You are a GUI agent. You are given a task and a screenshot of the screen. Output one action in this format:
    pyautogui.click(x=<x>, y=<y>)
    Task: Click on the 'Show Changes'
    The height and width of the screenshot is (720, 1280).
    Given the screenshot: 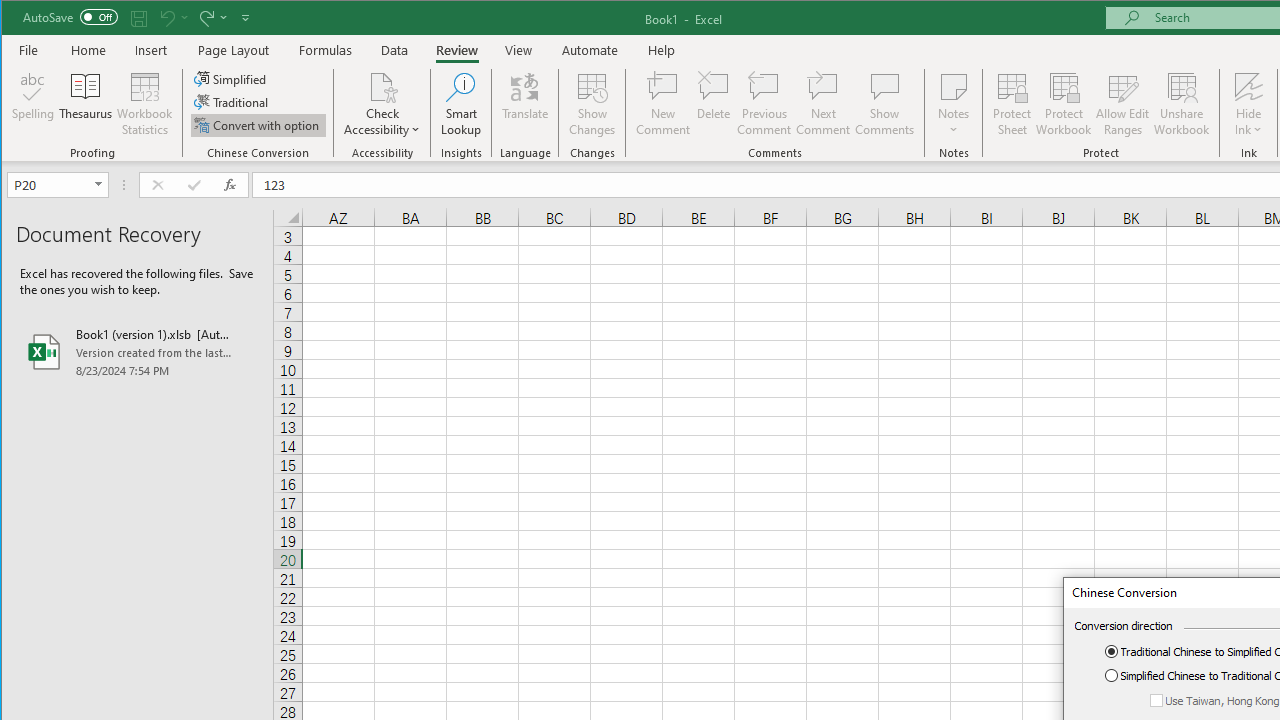 What is the action you would take?
    pyautogui.click(x=591, y=104)
    